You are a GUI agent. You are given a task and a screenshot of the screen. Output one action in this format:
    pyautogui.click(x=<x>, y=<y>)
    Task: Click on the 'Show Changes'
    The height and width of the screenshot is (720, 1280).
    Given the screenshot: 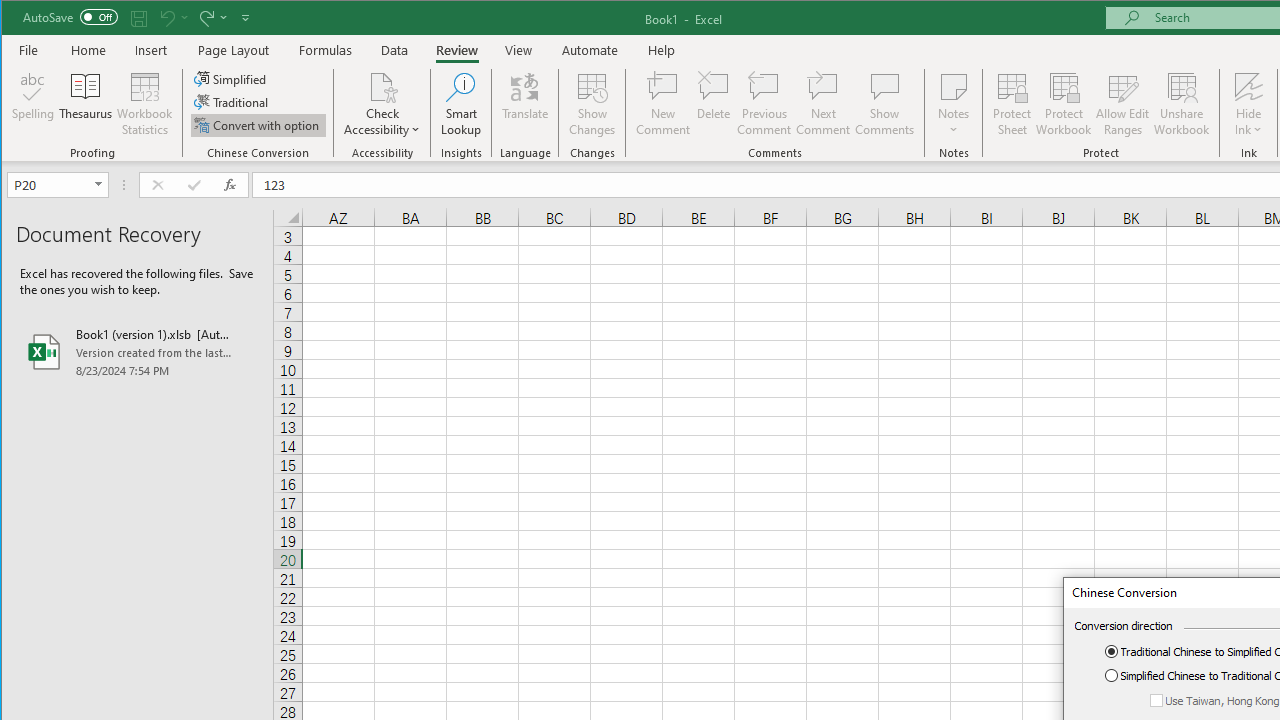 What is the action you would take?
    pyautogui.click(x=591, y=104)
    